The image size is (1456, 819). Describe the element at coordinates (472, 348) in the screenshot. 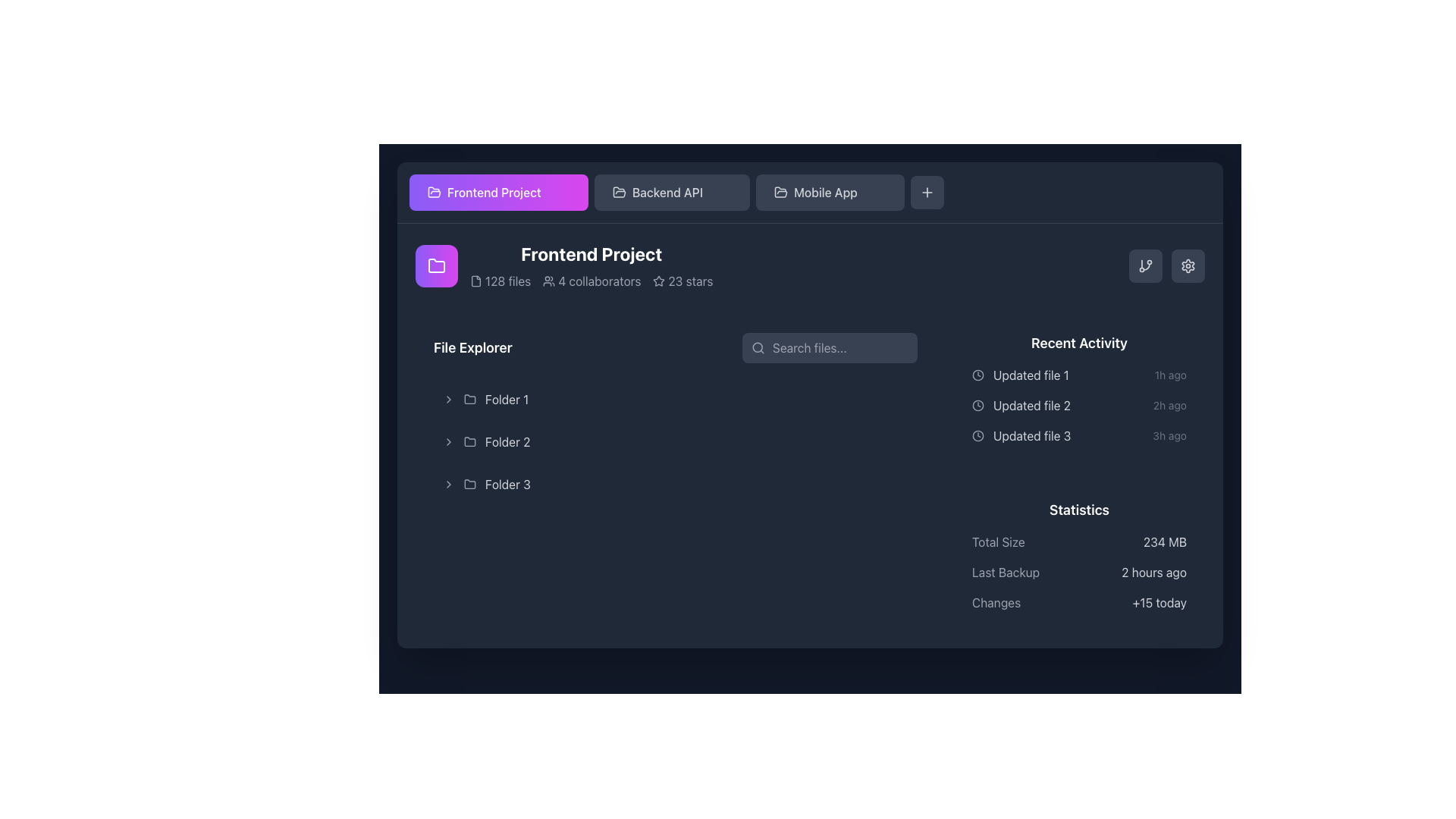

I see `the prominently styled 'File Explorer' text label, which is bold and white against a dark background, located near the upper portion of the interface` at that location.